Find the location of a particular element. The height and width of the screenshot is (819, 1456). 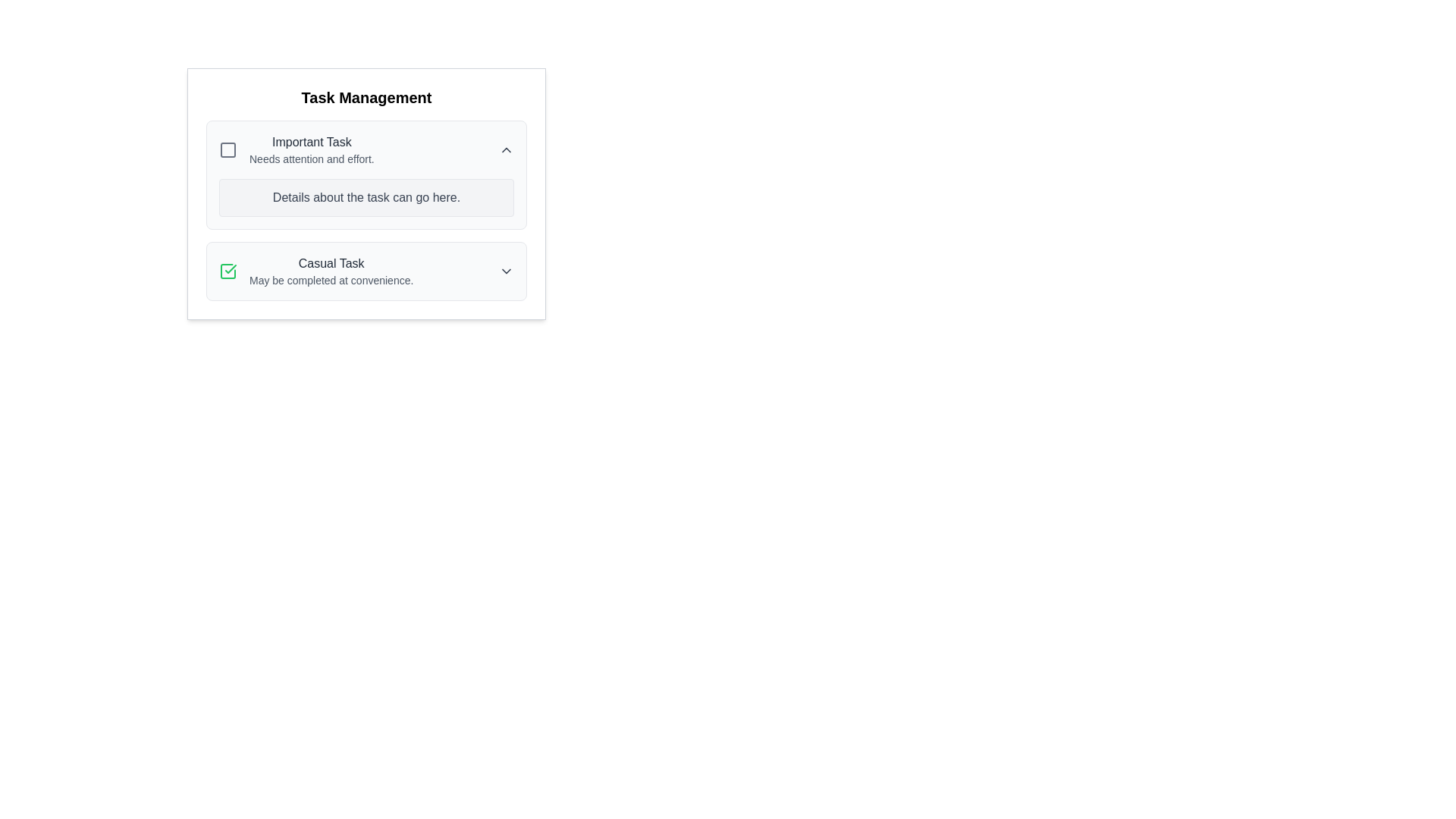

the 'Task Management' text label, which is a bold and large heading displayed at the top-center of the content section is located at coordinates (366, 97).